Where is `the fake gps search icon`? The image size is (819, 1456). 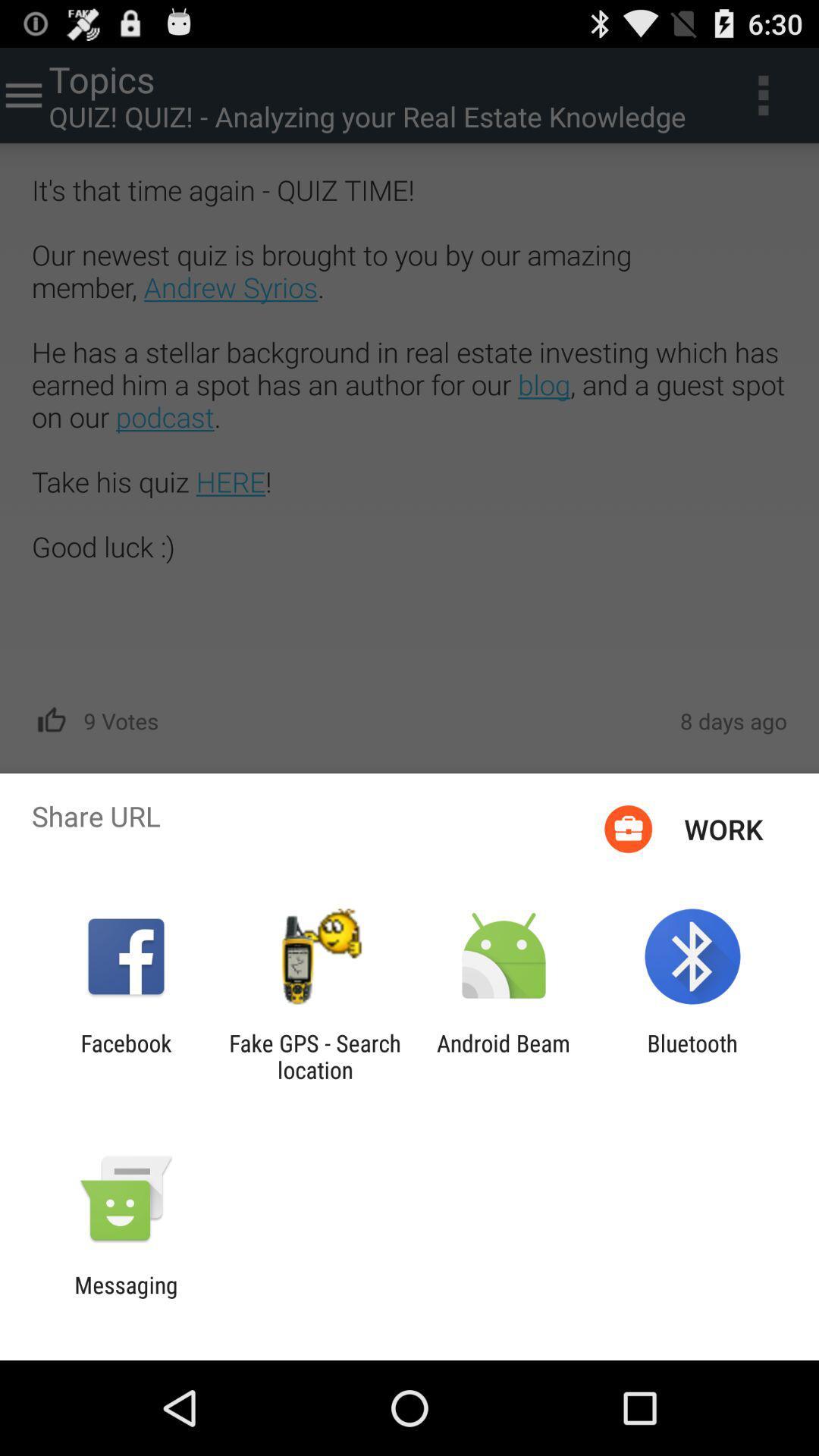 the fake gps search icon is located at coordinates (314, 1056).